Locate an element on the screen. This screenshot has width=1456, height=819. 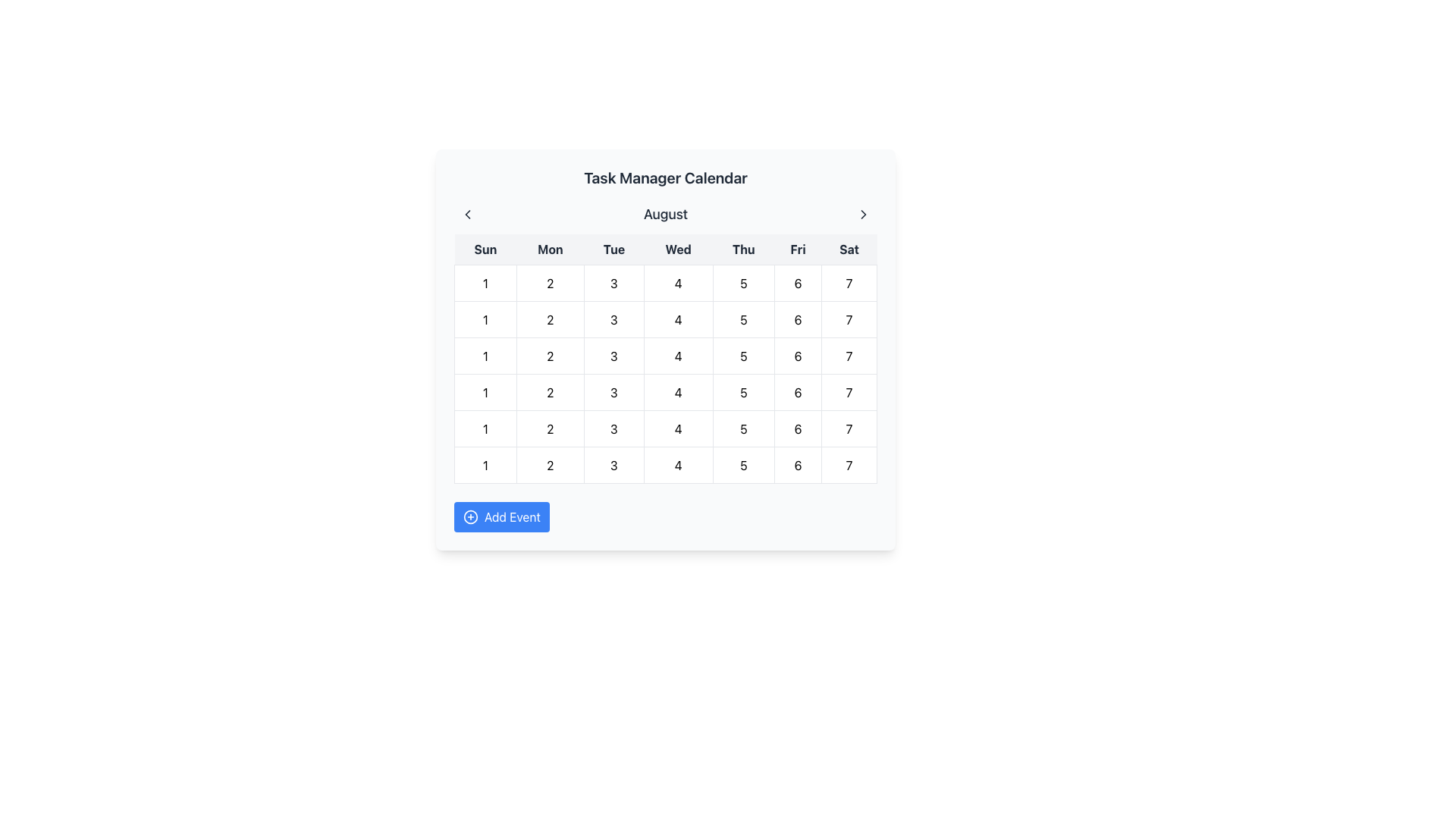
the calendar cell representing the first day of the second week is located at coordinates (485, 428).